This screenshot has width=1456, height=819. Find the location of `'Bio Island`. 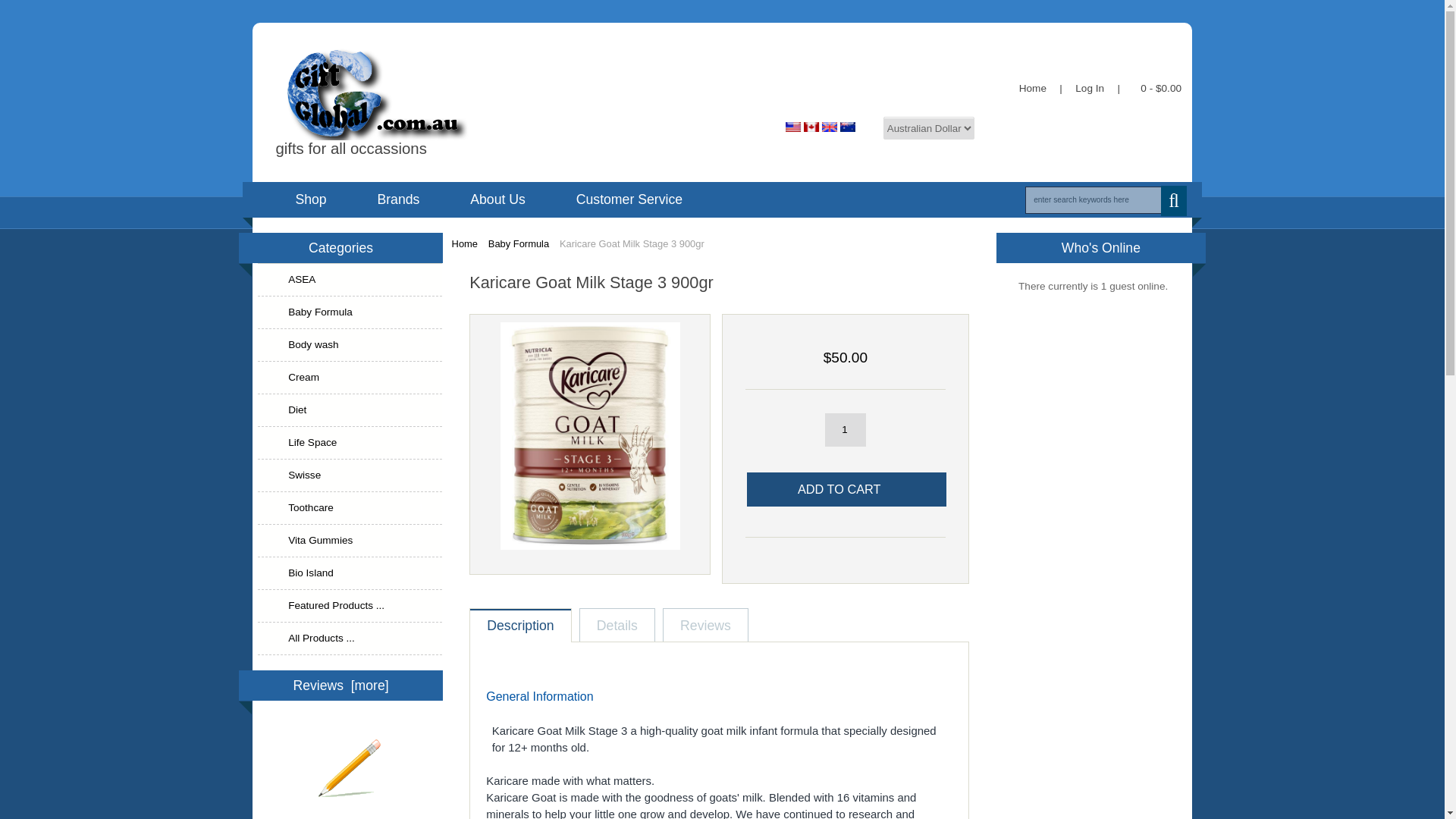

'Bio Island is located at coordinates (349, 573).